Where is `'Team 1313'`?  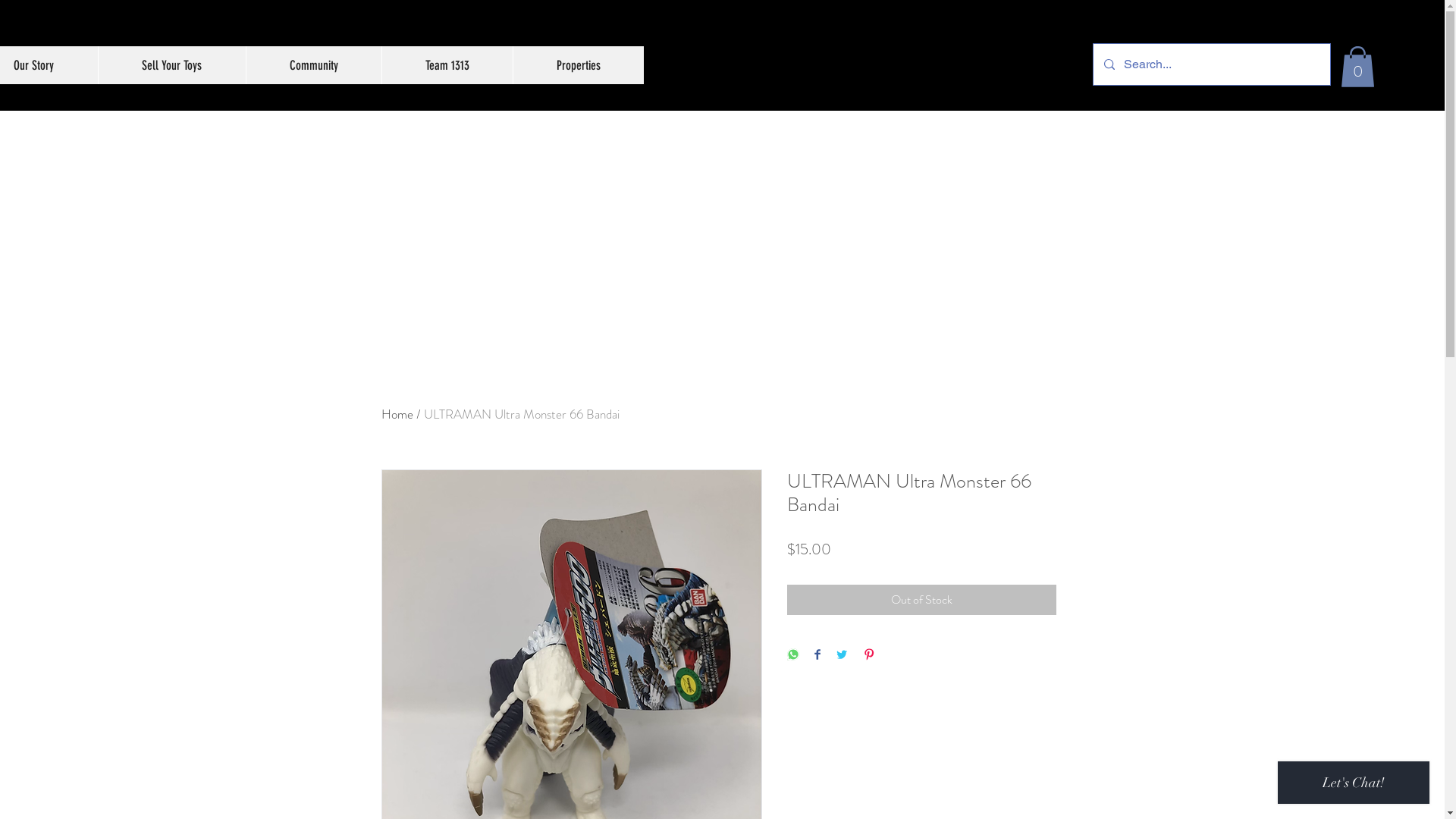 'Team 1313' is located at coordinates (381, 64).